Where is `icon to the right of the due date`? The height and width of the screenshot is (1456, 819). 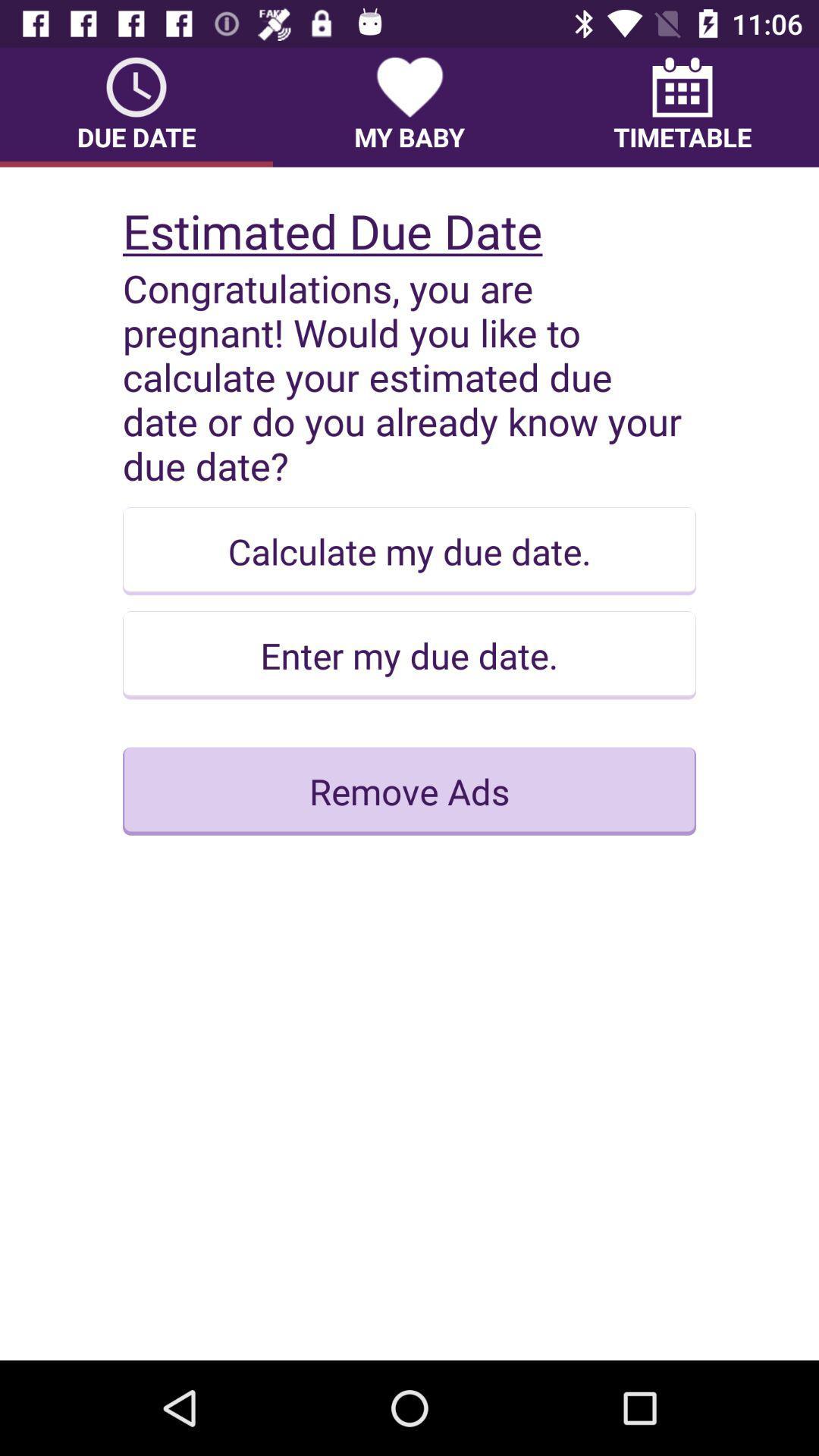
icon to the right of the due date is located at coordinates (409, 106).